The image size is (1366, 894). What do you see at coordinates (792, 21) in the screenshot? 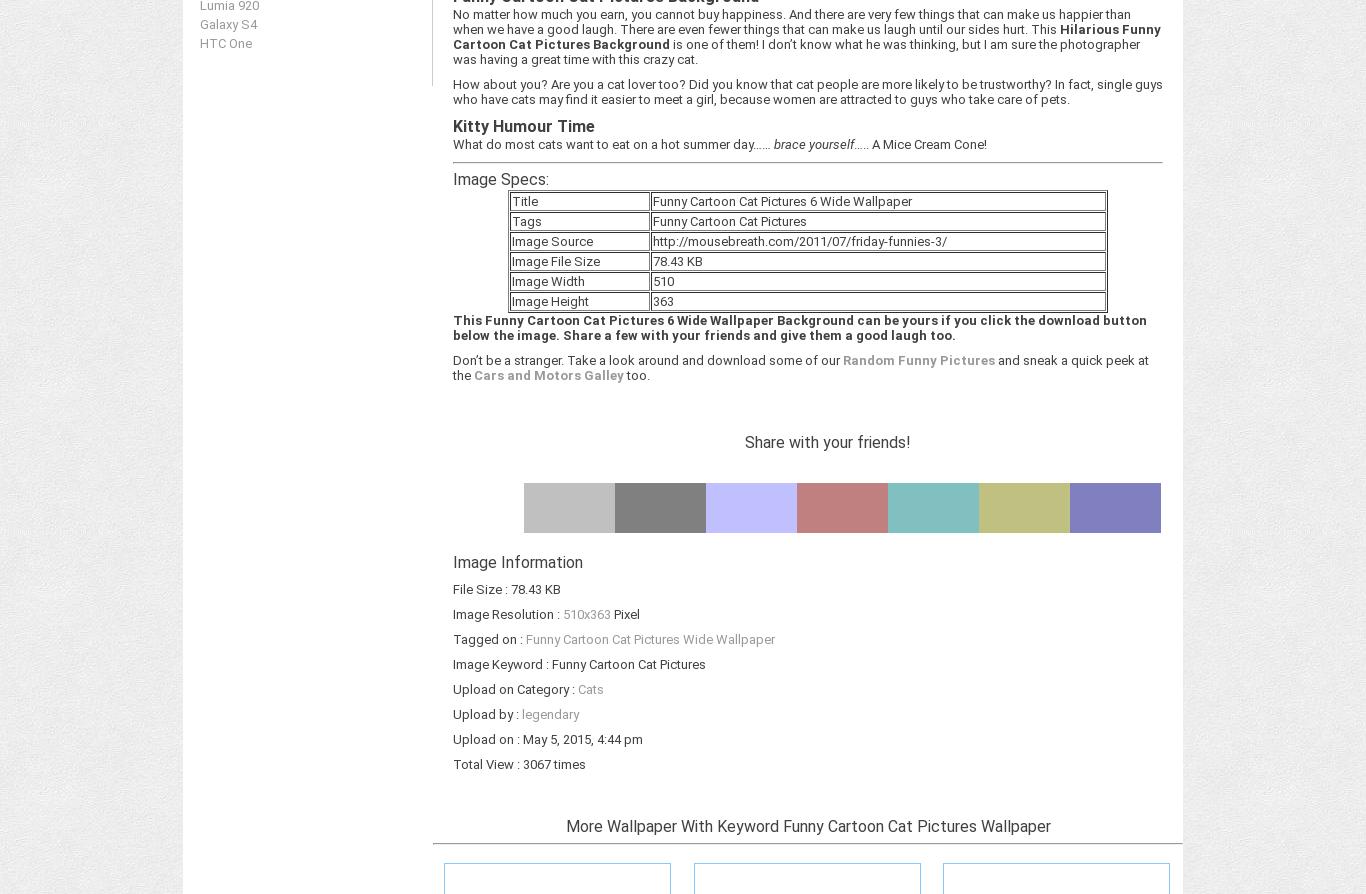
I see `'No matter how much you earn, you cannot buy happiness. And there are very few things that can make us happier than when we have a good laugh. There are even fewer things that can make us laugh until our sides hurt. This'` at bounding box center [792, 21].